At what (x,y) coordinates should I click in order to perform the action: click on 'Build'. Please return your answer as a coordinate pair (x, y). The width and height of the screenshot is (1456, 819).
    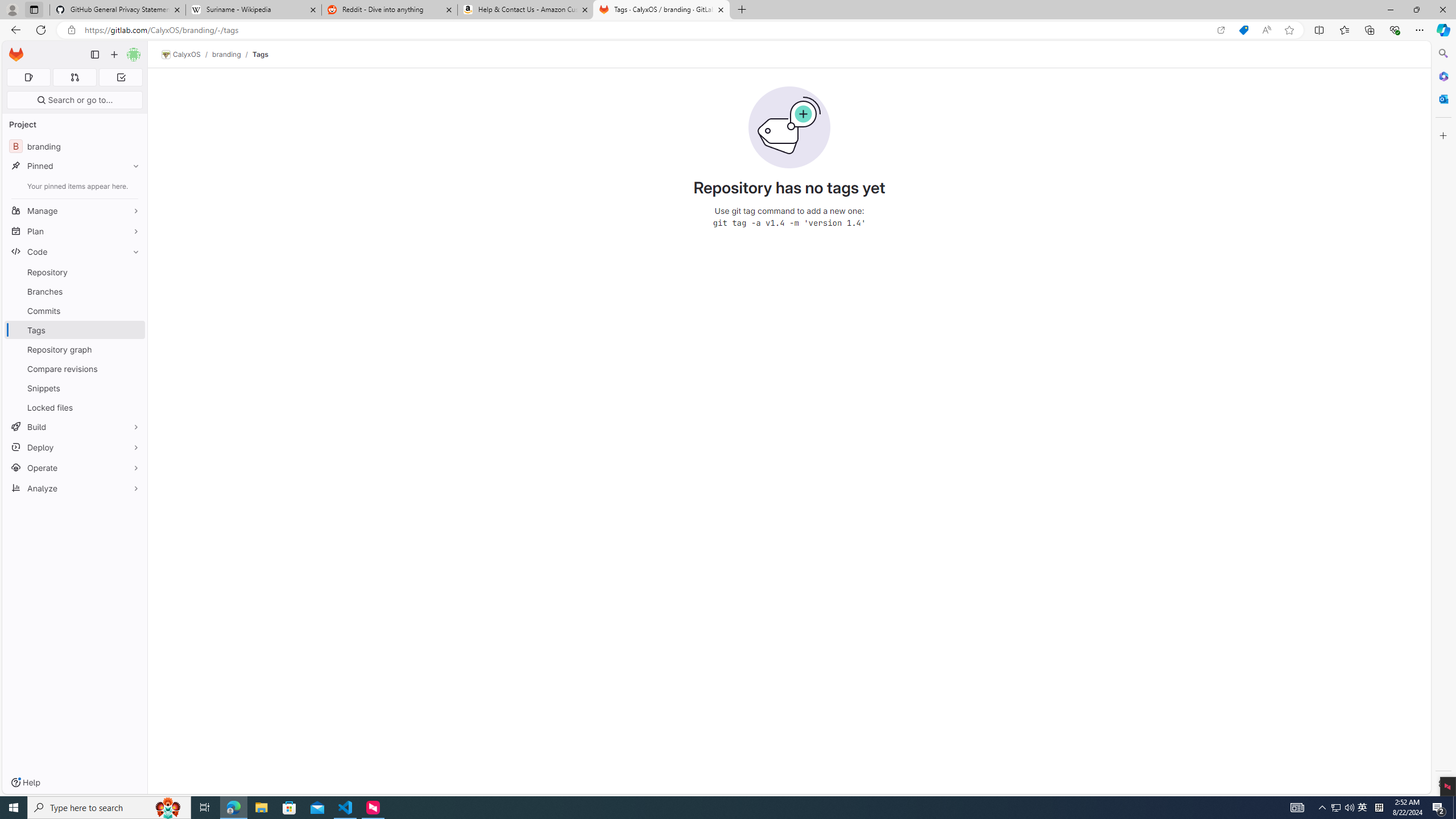
    Looking at the image, I should click on (74, 427).